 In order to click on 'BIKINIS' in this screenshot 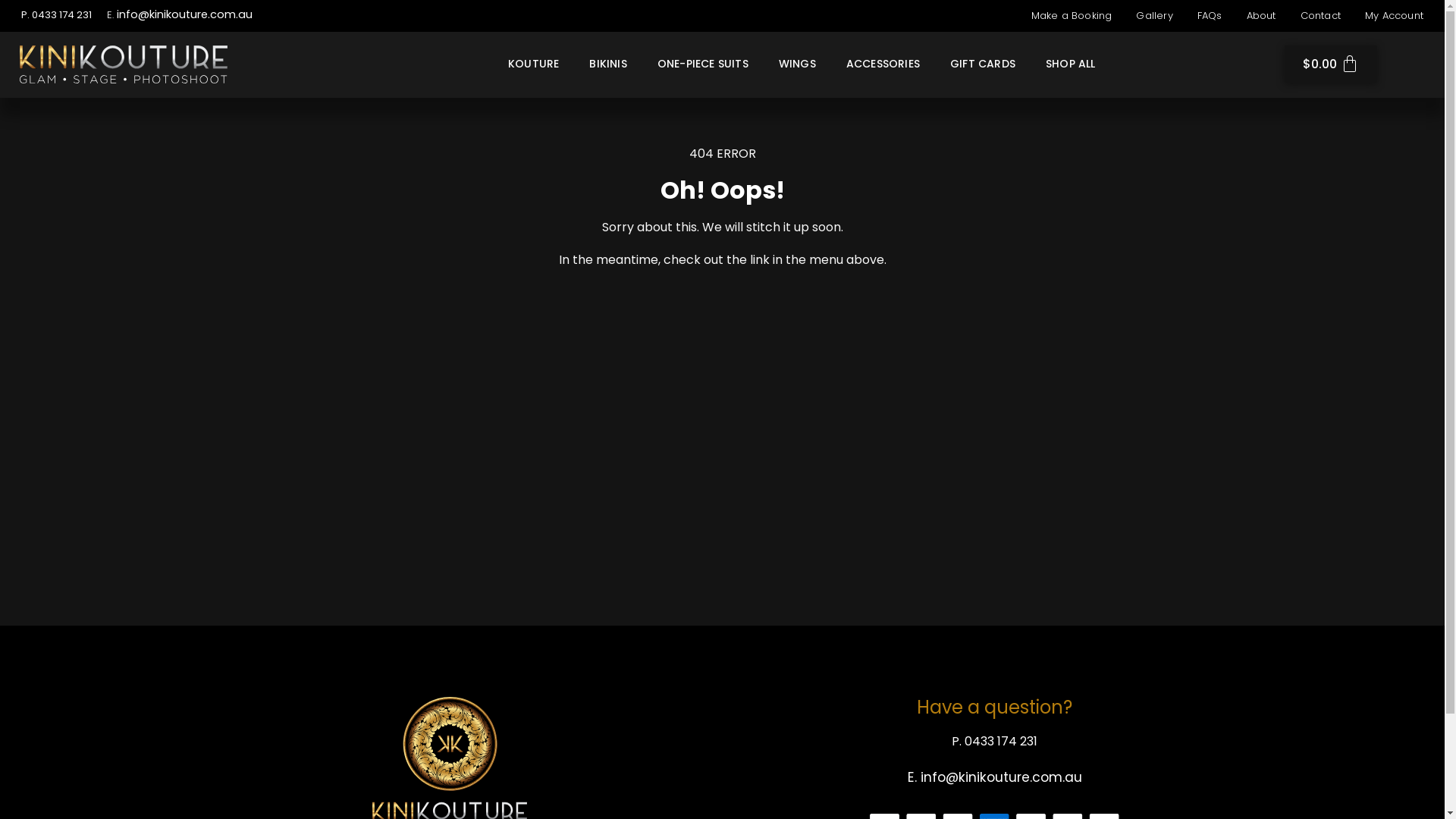, I will do `click(607, 63)`.